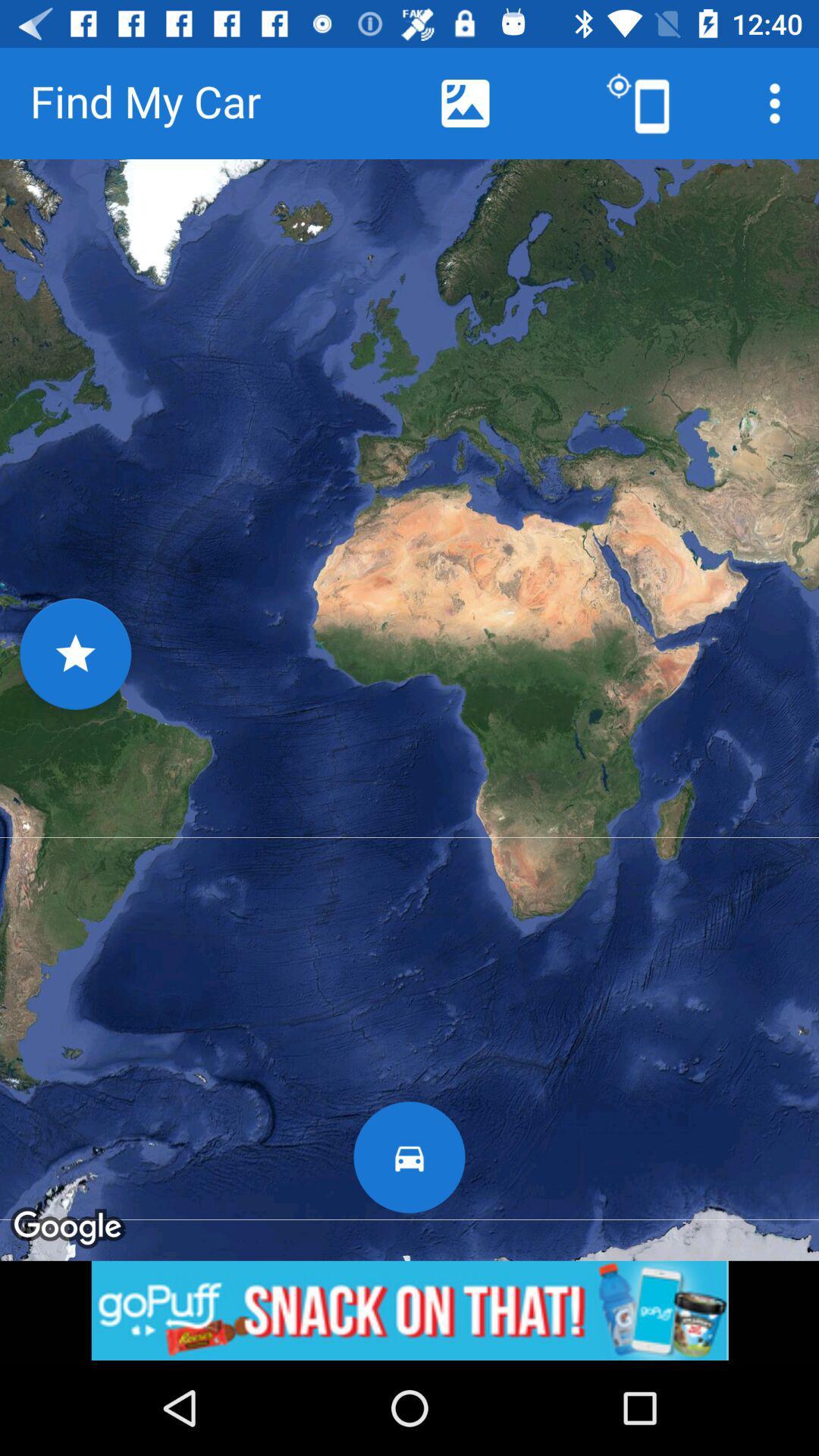 This screenshot has height=1456, width=819. Describe the element at coordinates (75, 654) in the screenshot. I see `the star icon` at that location.